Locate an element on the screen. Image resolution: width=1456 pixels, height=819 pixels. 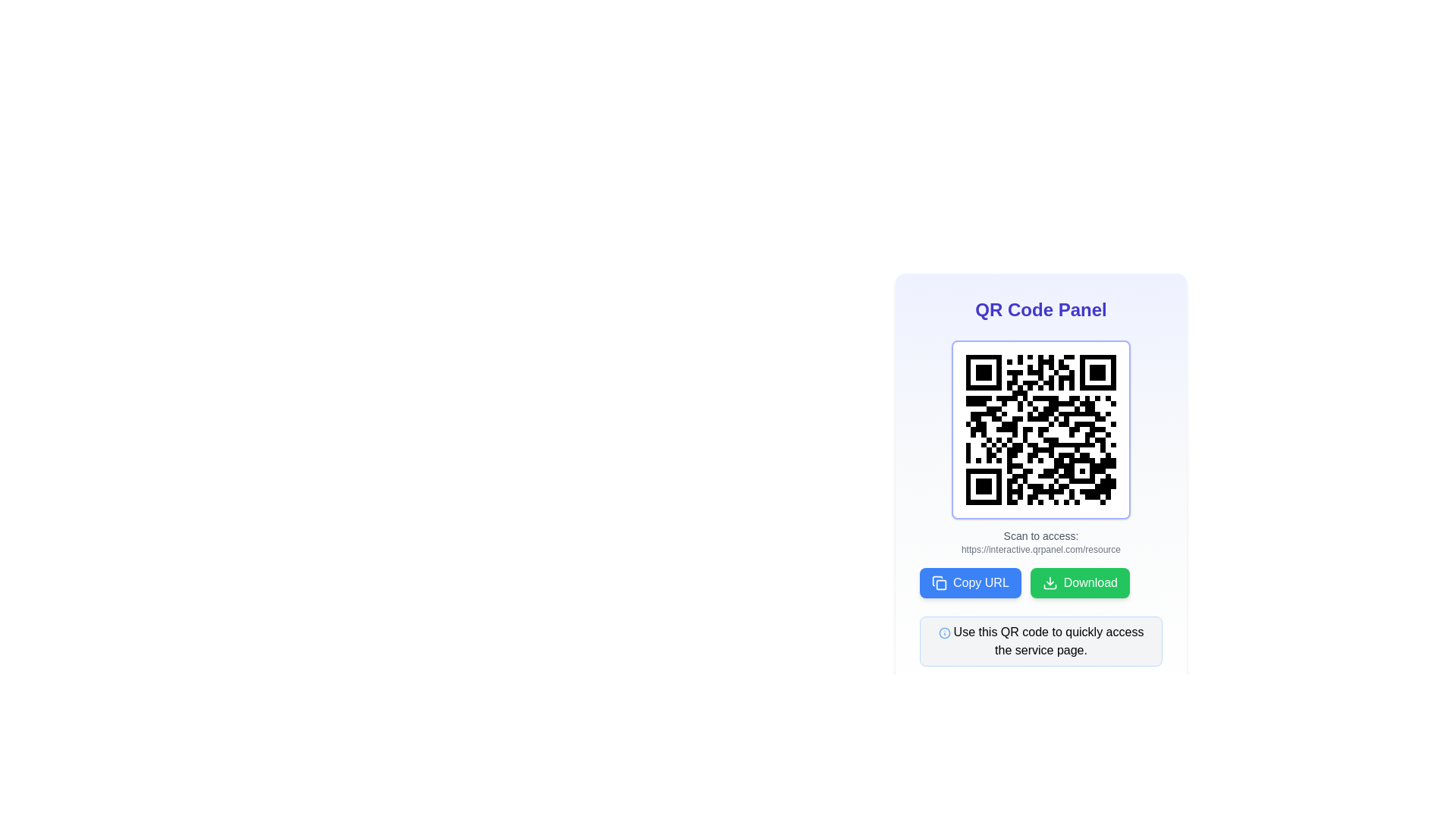
the information indicator icon located to the left of the text 'Use this QR code to quickly access the service page' within the notification area at the bottom of the panel is located at coordinates (943, 632).